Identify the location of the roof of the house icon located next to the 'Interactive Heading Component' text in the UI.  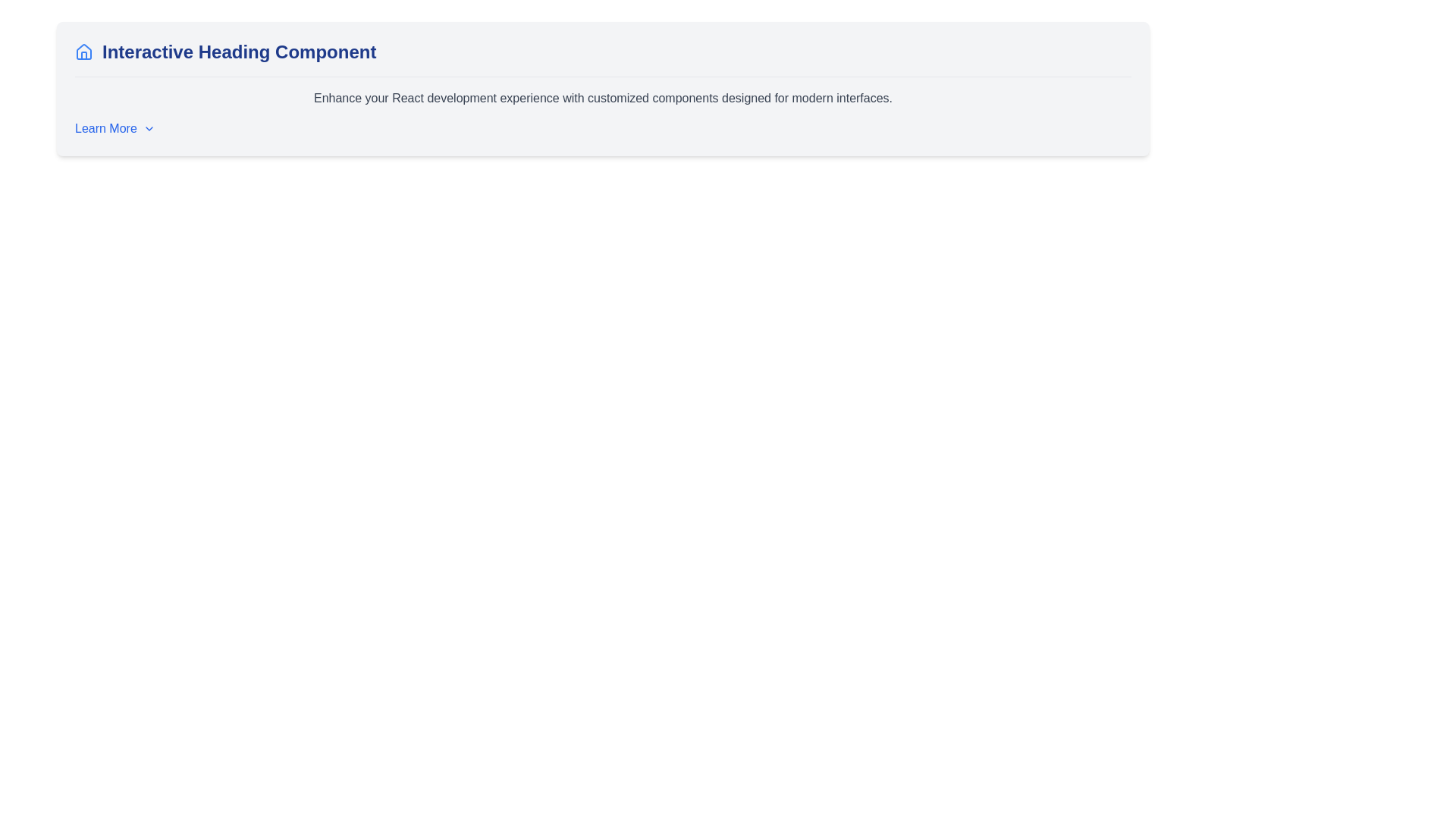
(83, 51).